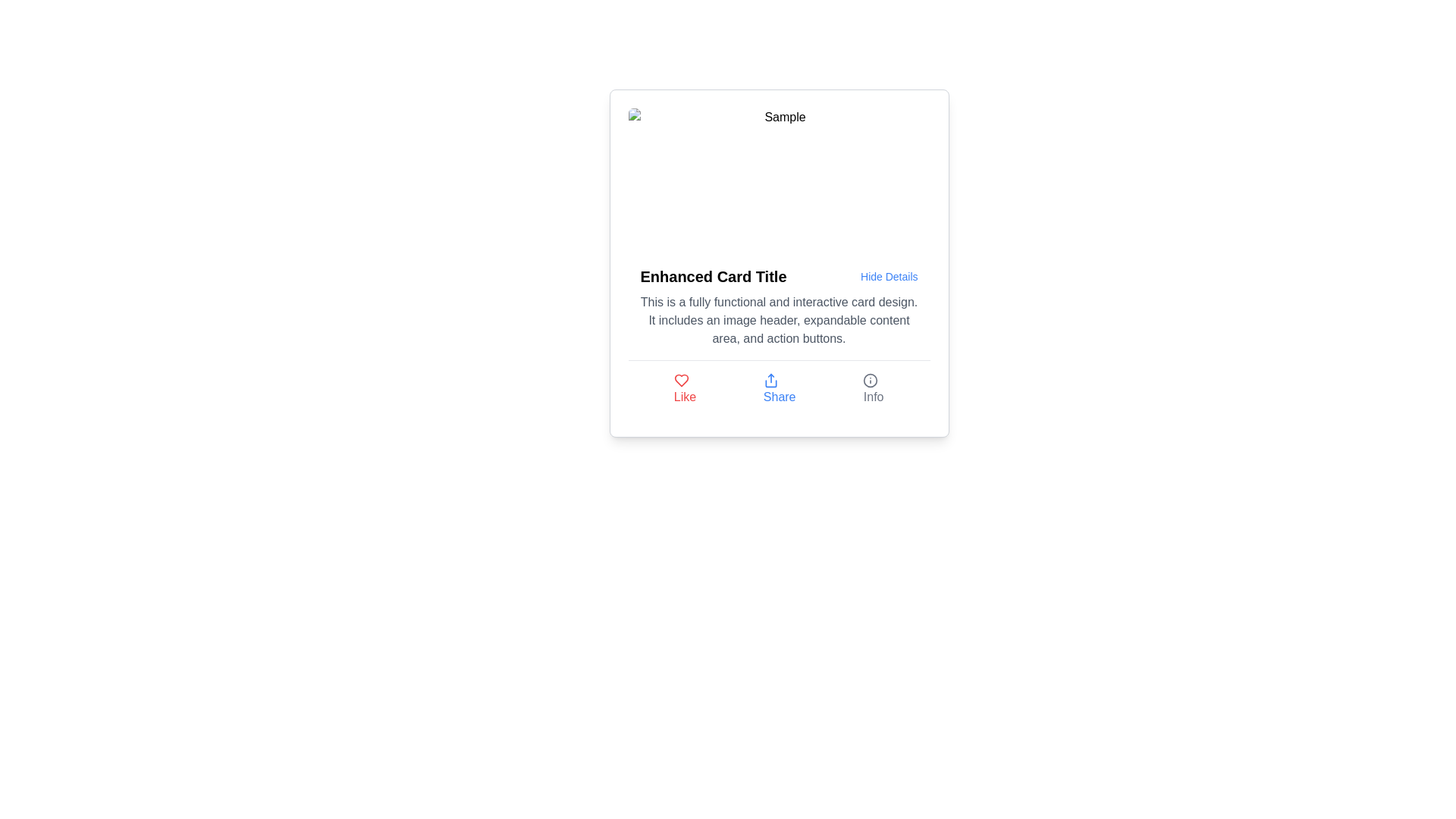  What do you see at coordinates (779, 320) in the screenshot?
I see `descriptive text provided in the Text Block located below the title 'Enhanced Card Title' and to the left of the 'Hide Details' link` at bounding box center [779, 320].